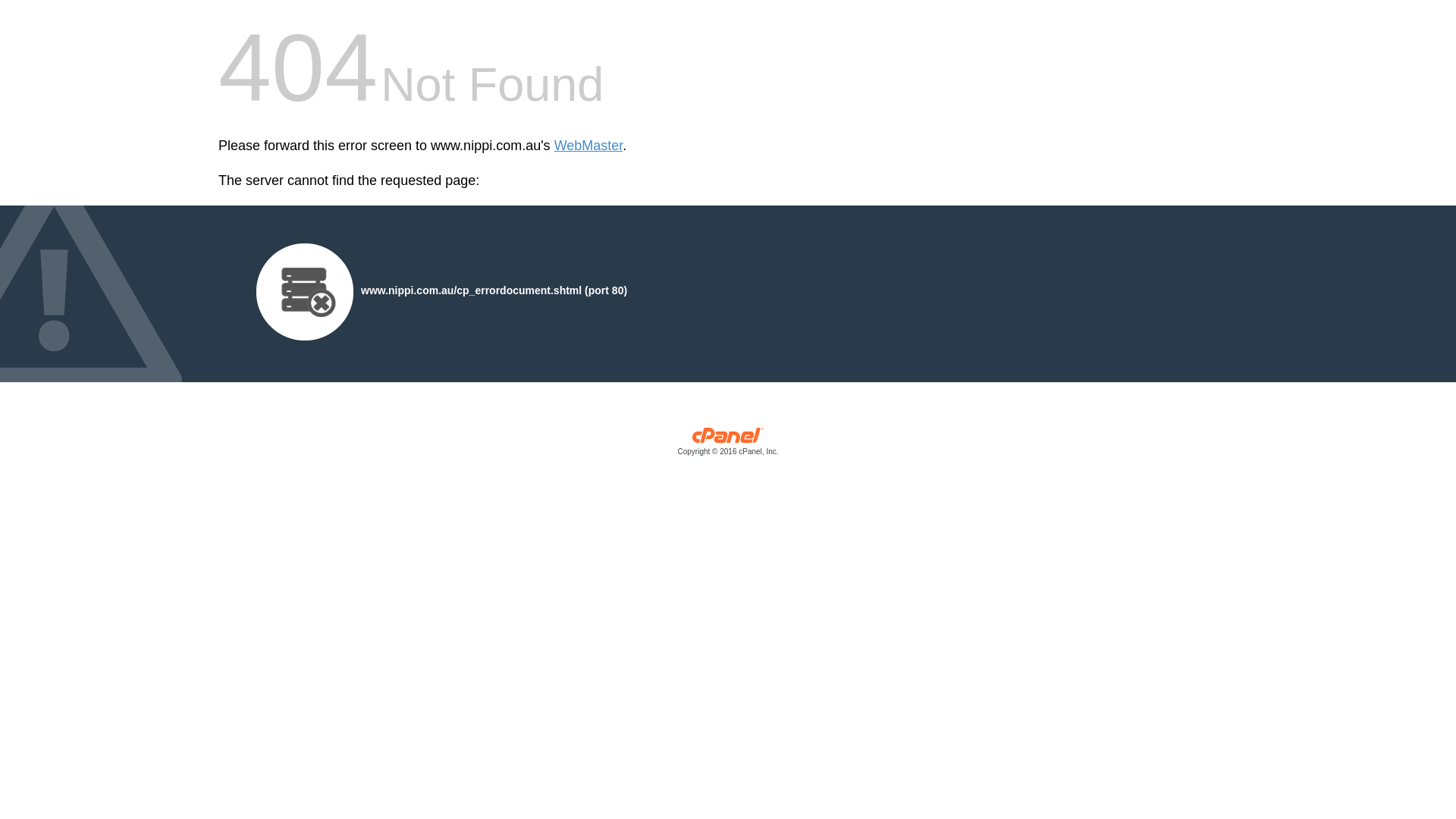 The image size is (1456, 819). I want to click on 'WebMaster', so click(588, 146).